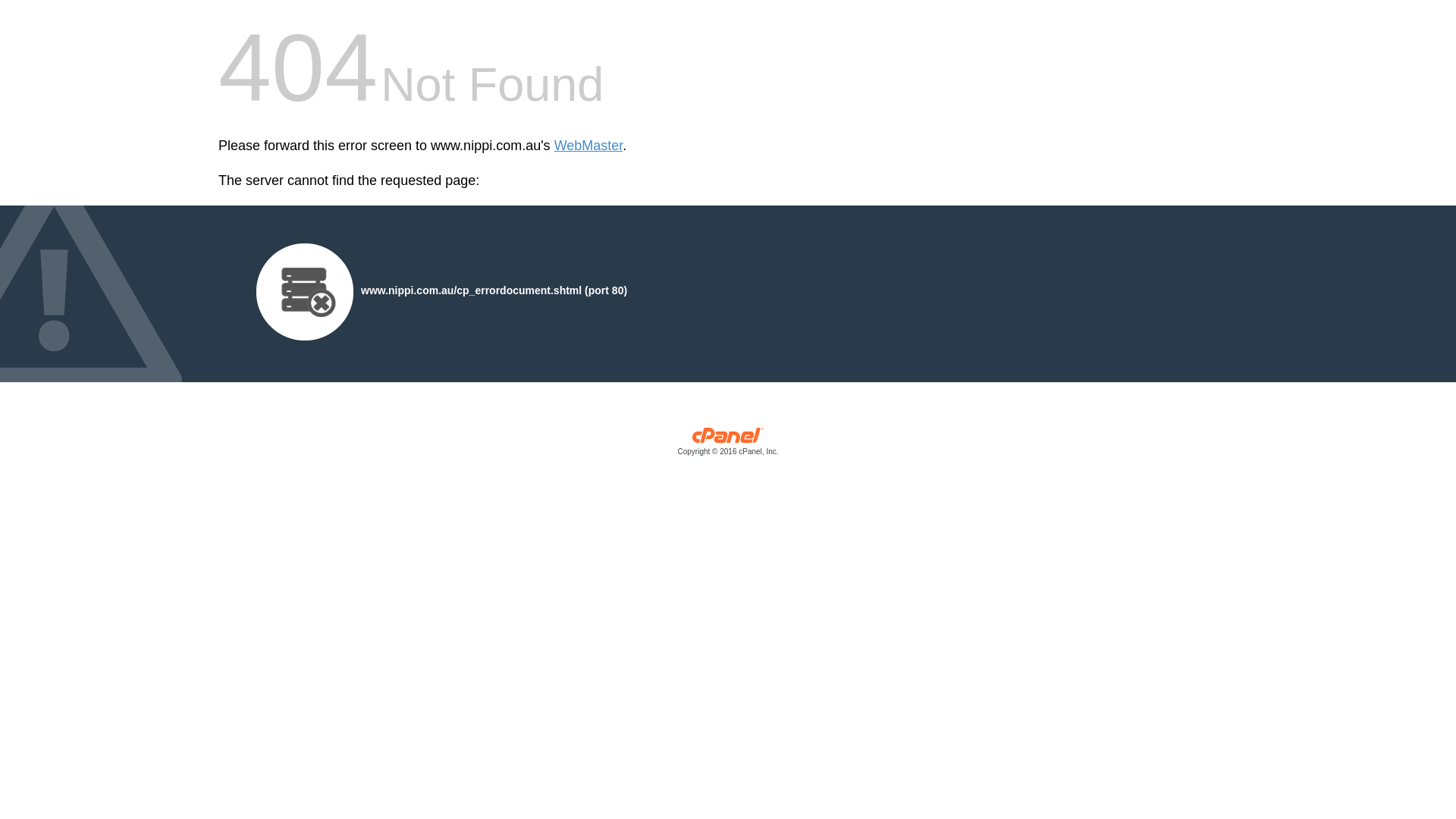 The image size is (1456, 819). I want to click on 'WebMaster', so click(588, 146).